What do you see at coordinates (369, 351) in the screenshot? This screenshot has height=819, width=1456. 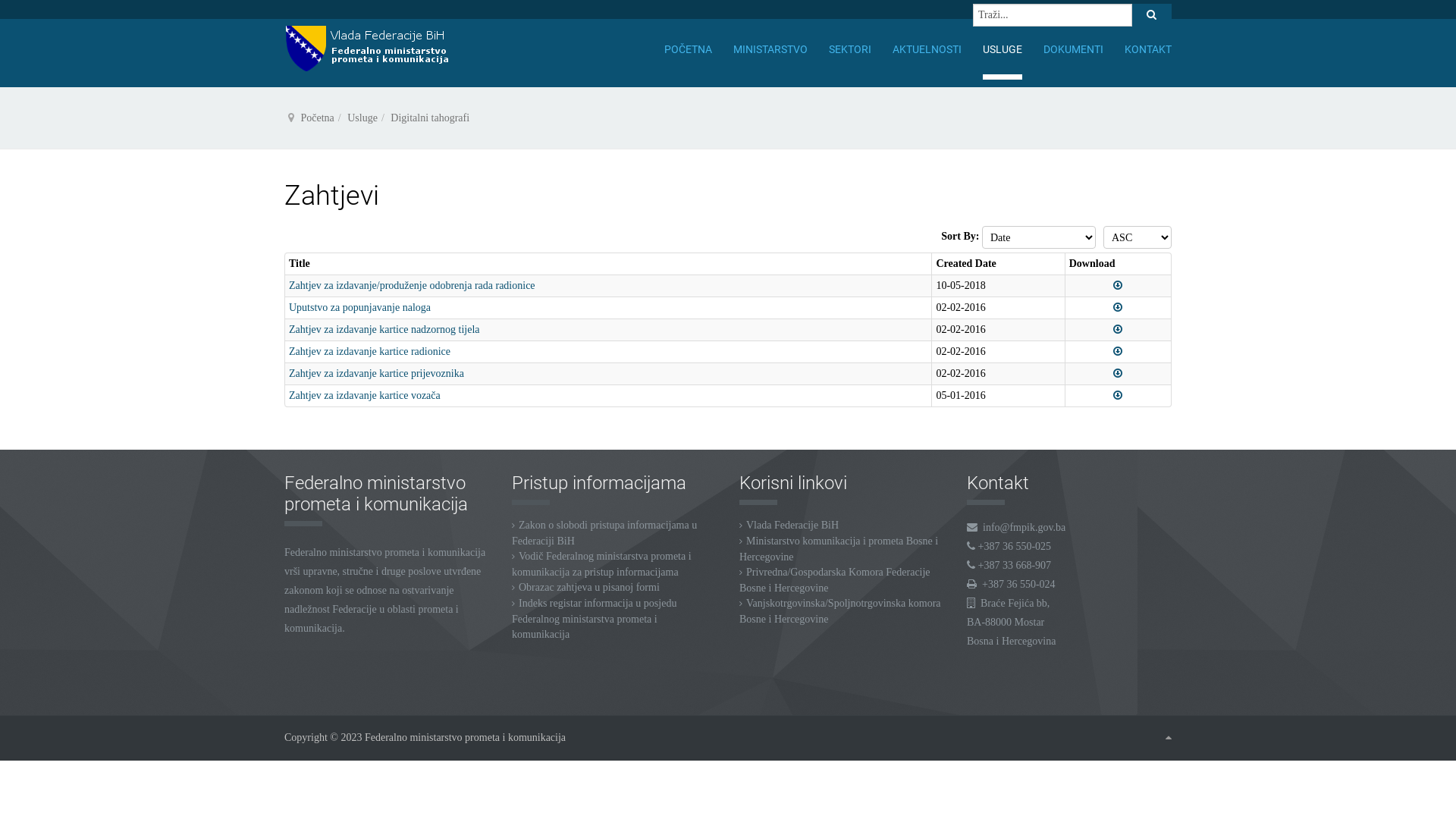 I see `'Zahtjev za izdavanje kartice radionice'` at bounding box center [369, 351].